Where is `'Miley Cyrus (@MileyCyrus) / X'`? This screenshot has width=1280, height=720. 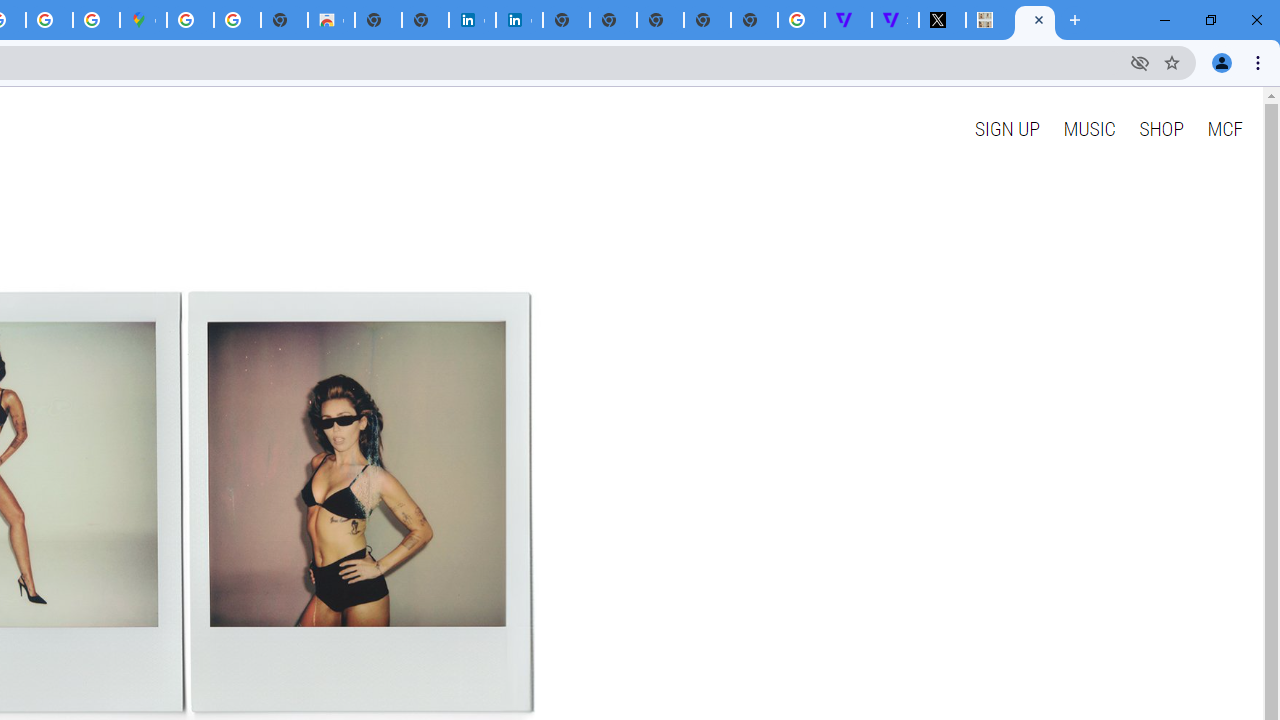 'Miley Cyrus (@MileyCyrus) / X' is located at coordinates (941, 20).